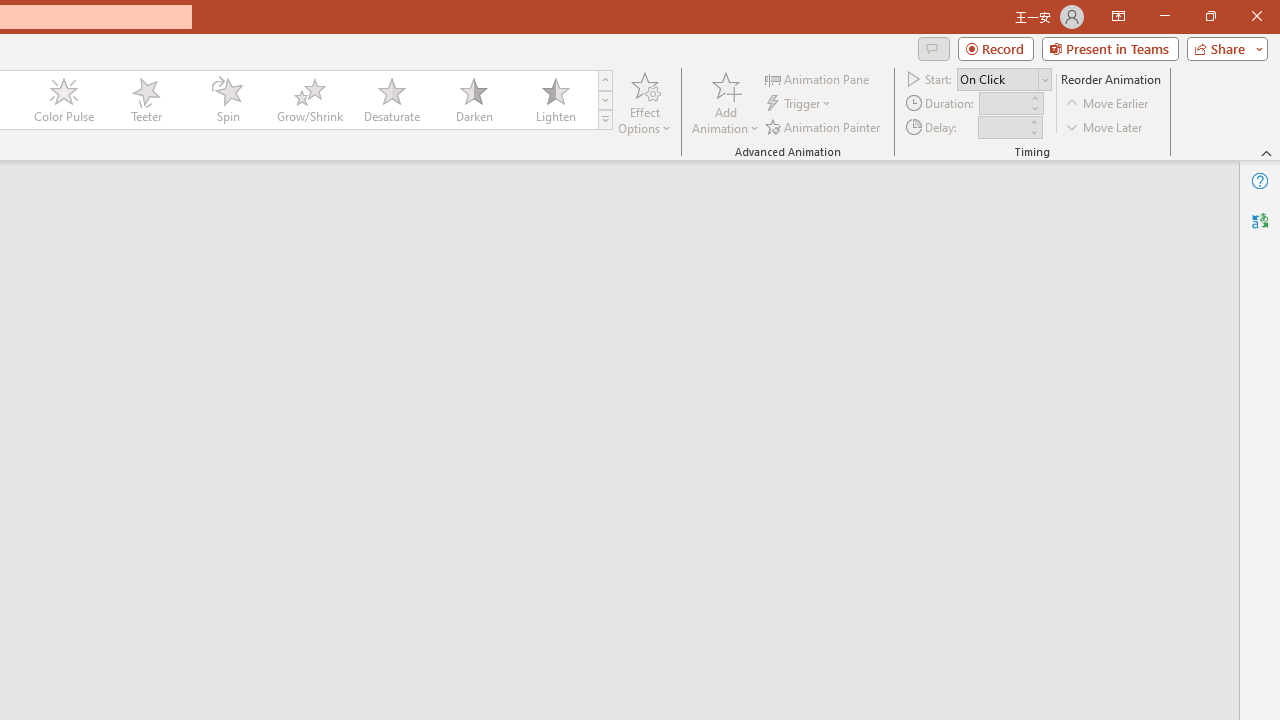 This screenshot has height=720, width=1280. I want to click on 'Animation Styles', so click(604, 120).